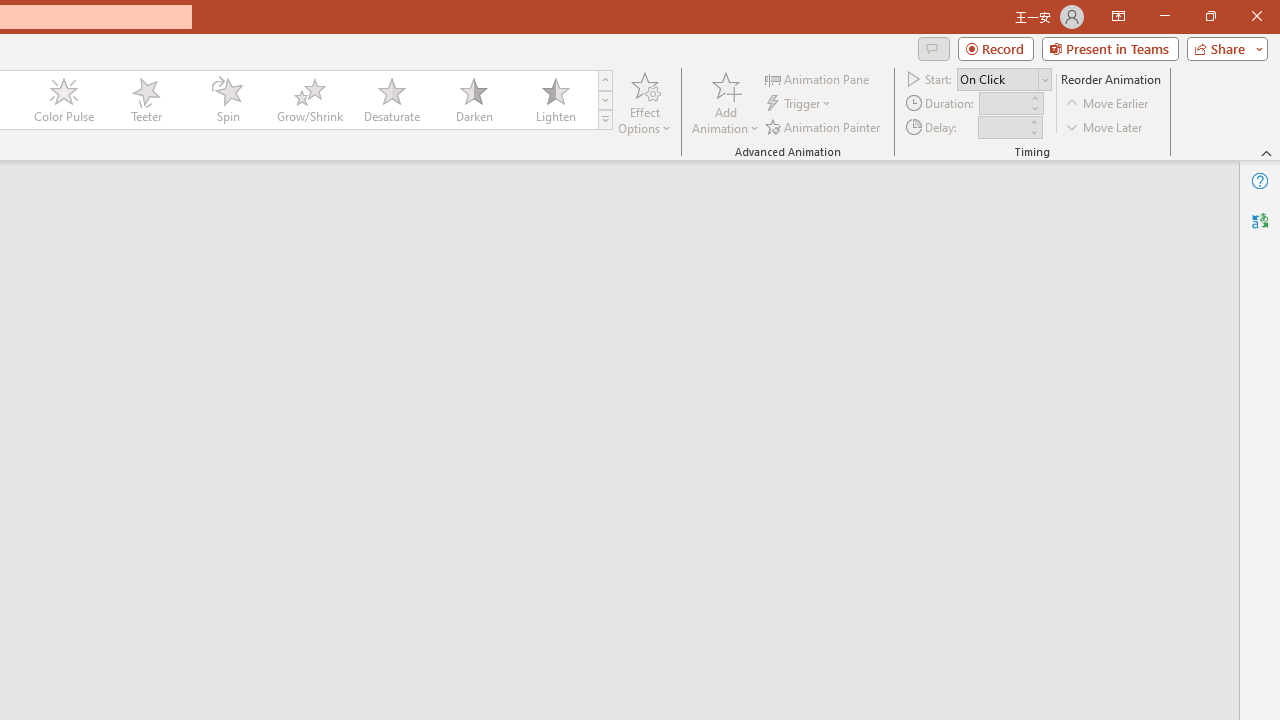 This screenshot has height=720, width=1280. I want to click on 'Animation Styles', so click(604, 120).